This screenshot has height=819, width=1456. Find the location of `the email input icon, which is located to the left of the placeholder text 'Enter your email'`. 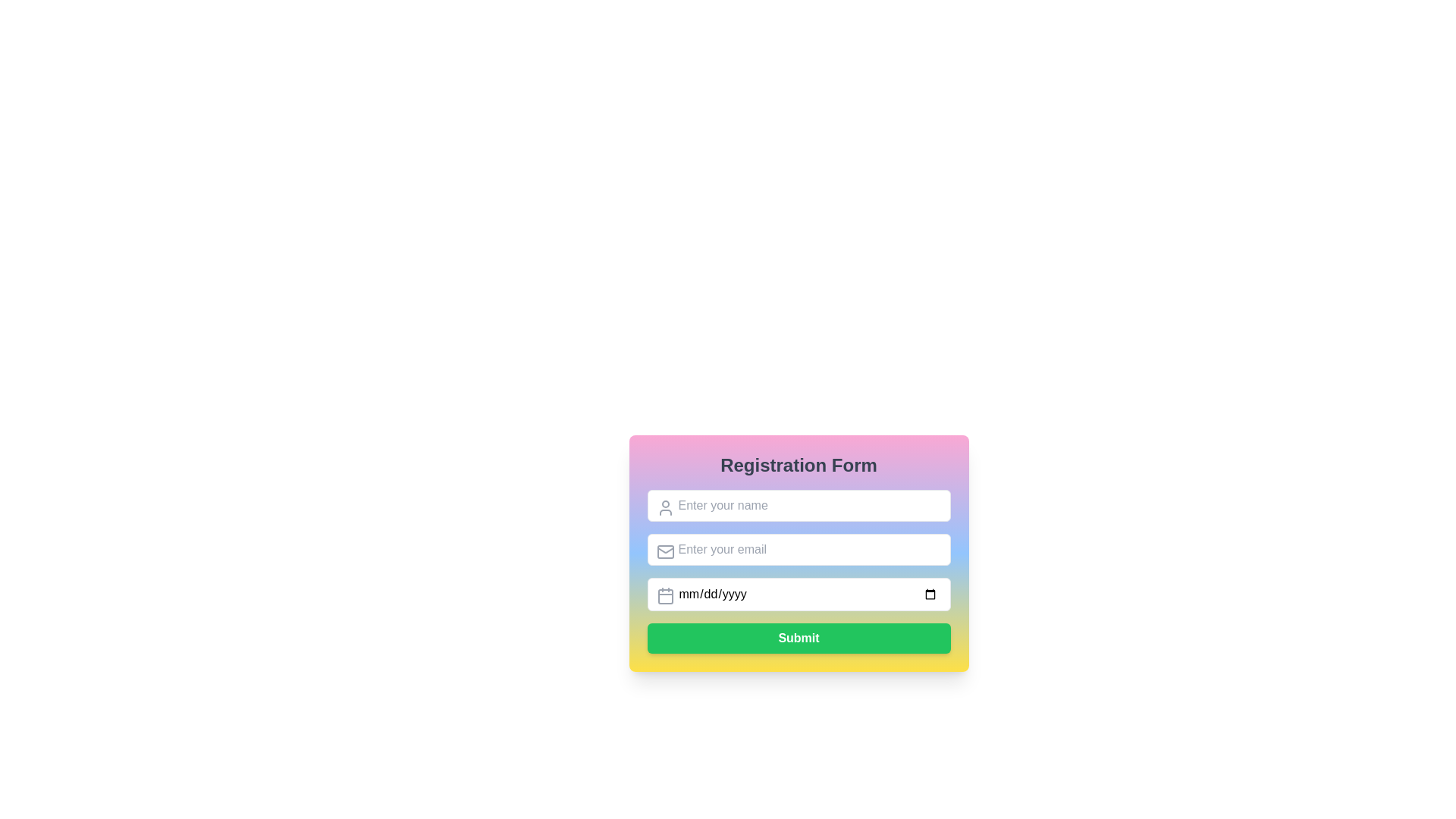

the email input icon, which is located to the left of the placeholder text 'Enter your email' is located at coordinates (665, 552).